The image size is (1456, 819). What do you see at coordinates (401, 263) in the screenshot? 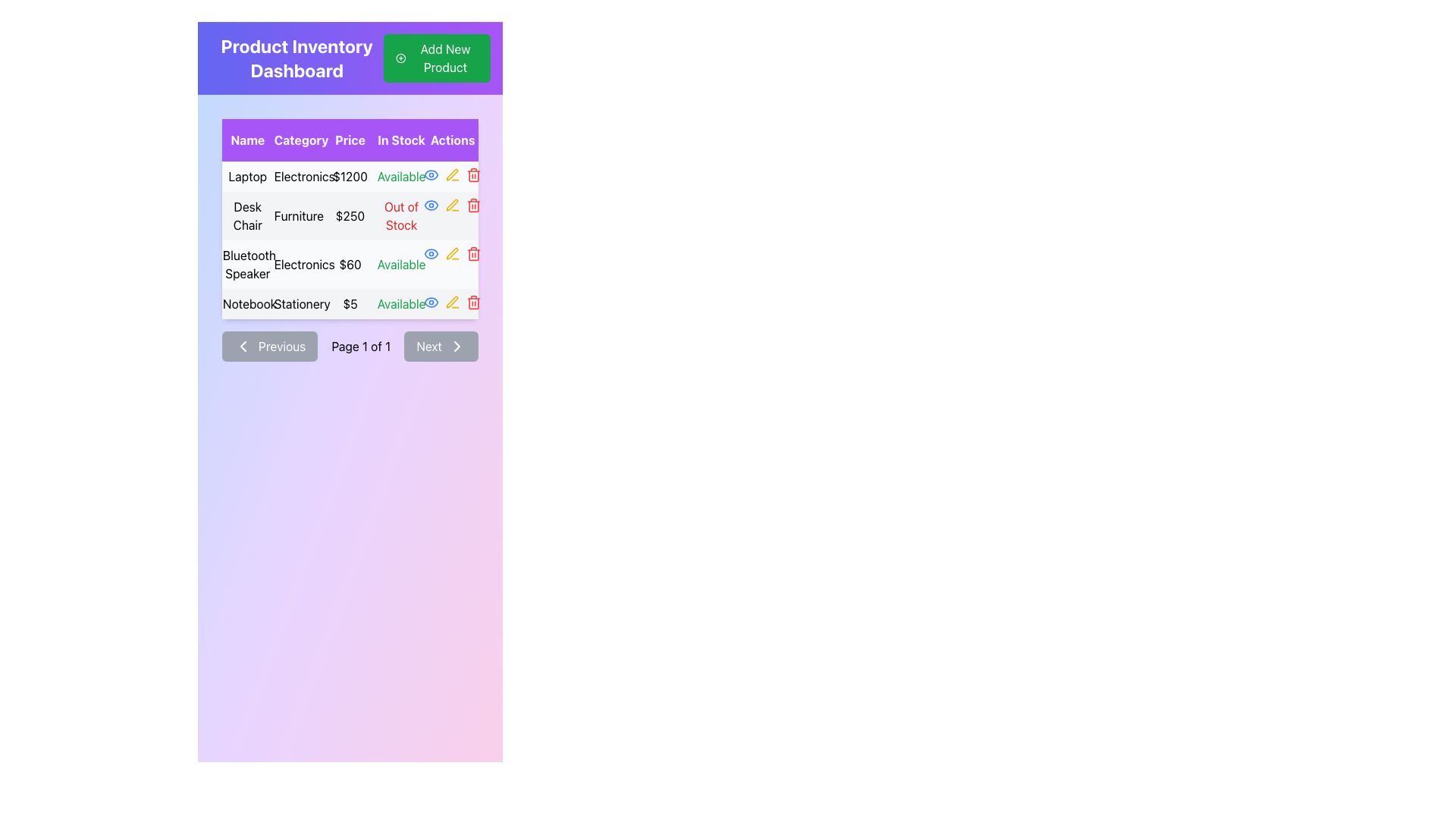
I see `the text label indicating the stock status of the 'Bluetooth Speaker', which is located in the fourth column of the third row of a product table` at bounding box center [401, 263].